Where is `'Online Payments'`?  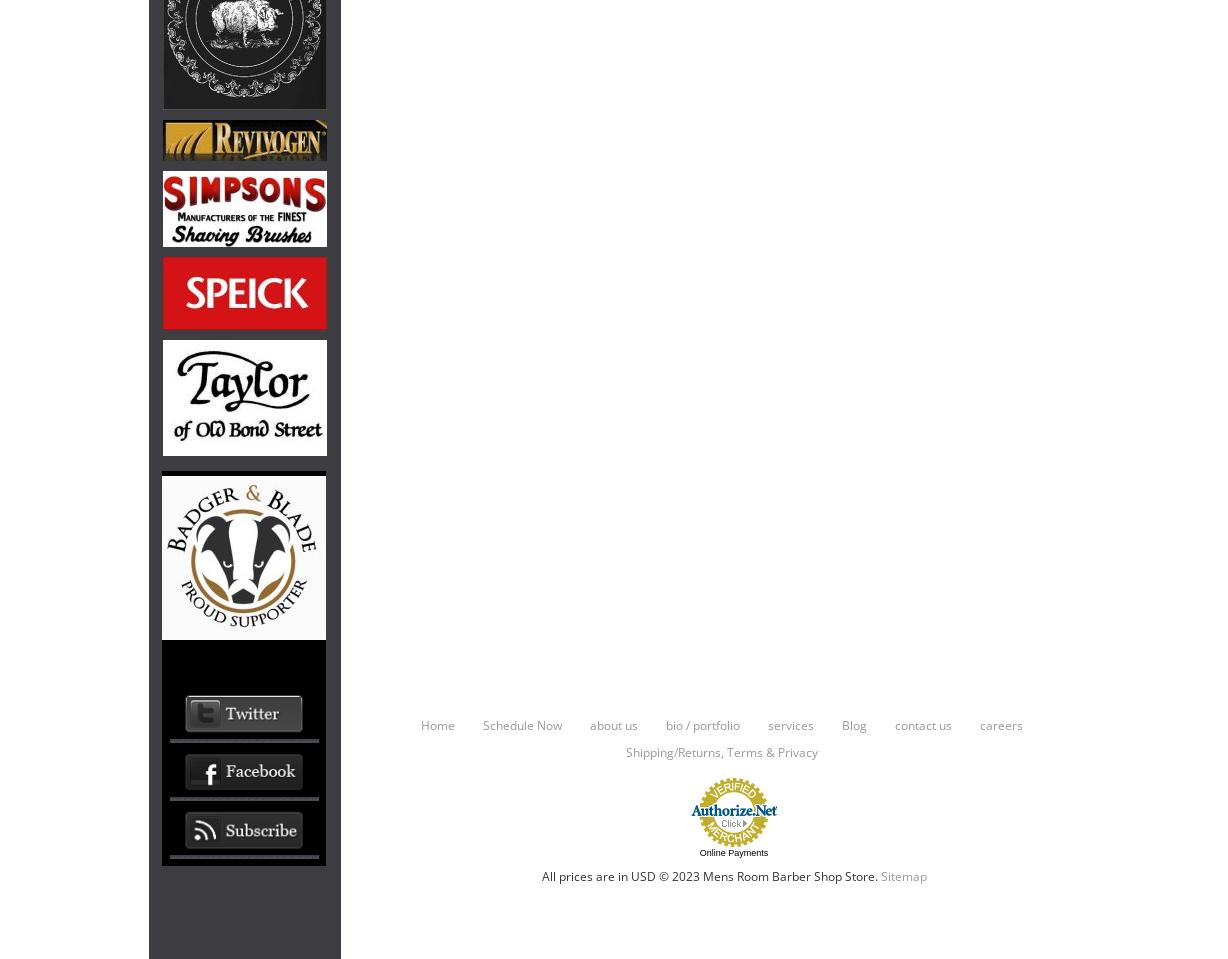
'Online Payments' is located at coordinates (733, 852).